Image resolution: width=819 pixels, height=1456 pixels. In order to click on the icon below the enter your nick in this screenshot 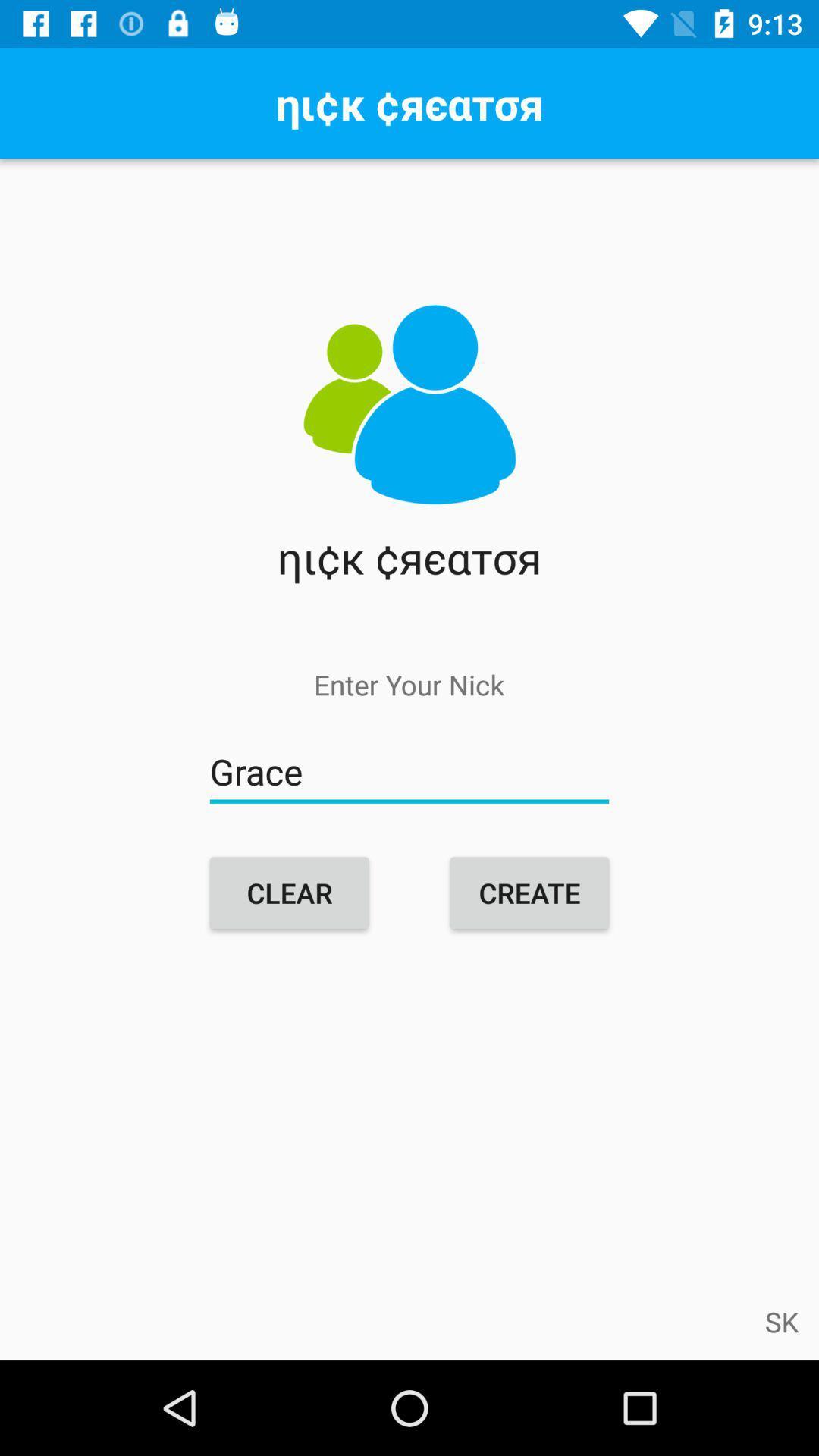, I will do `click(409, 772)`.